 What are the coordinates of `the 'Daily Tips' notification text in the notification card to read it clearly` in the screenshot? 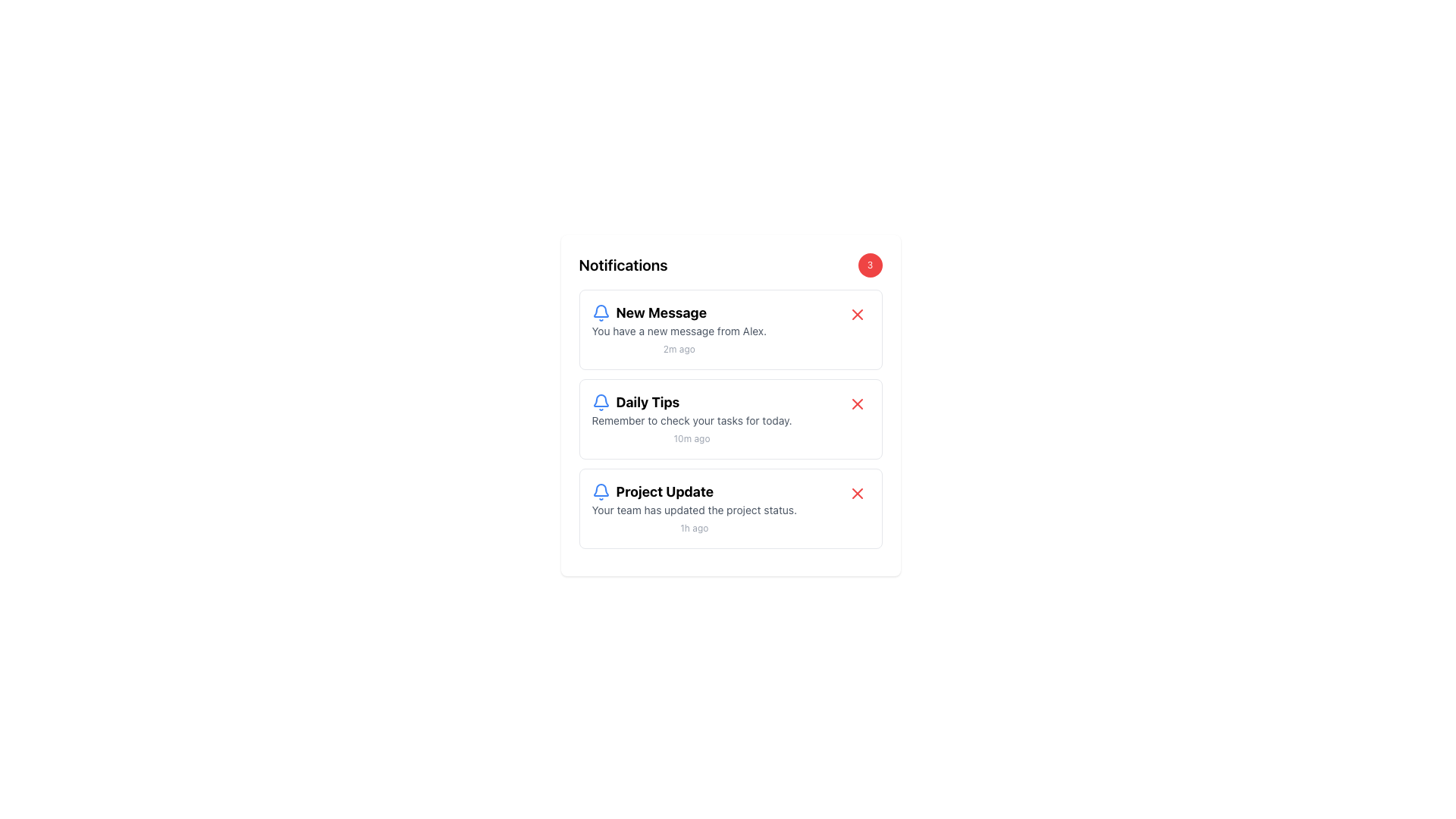 It's located at (730, 419).